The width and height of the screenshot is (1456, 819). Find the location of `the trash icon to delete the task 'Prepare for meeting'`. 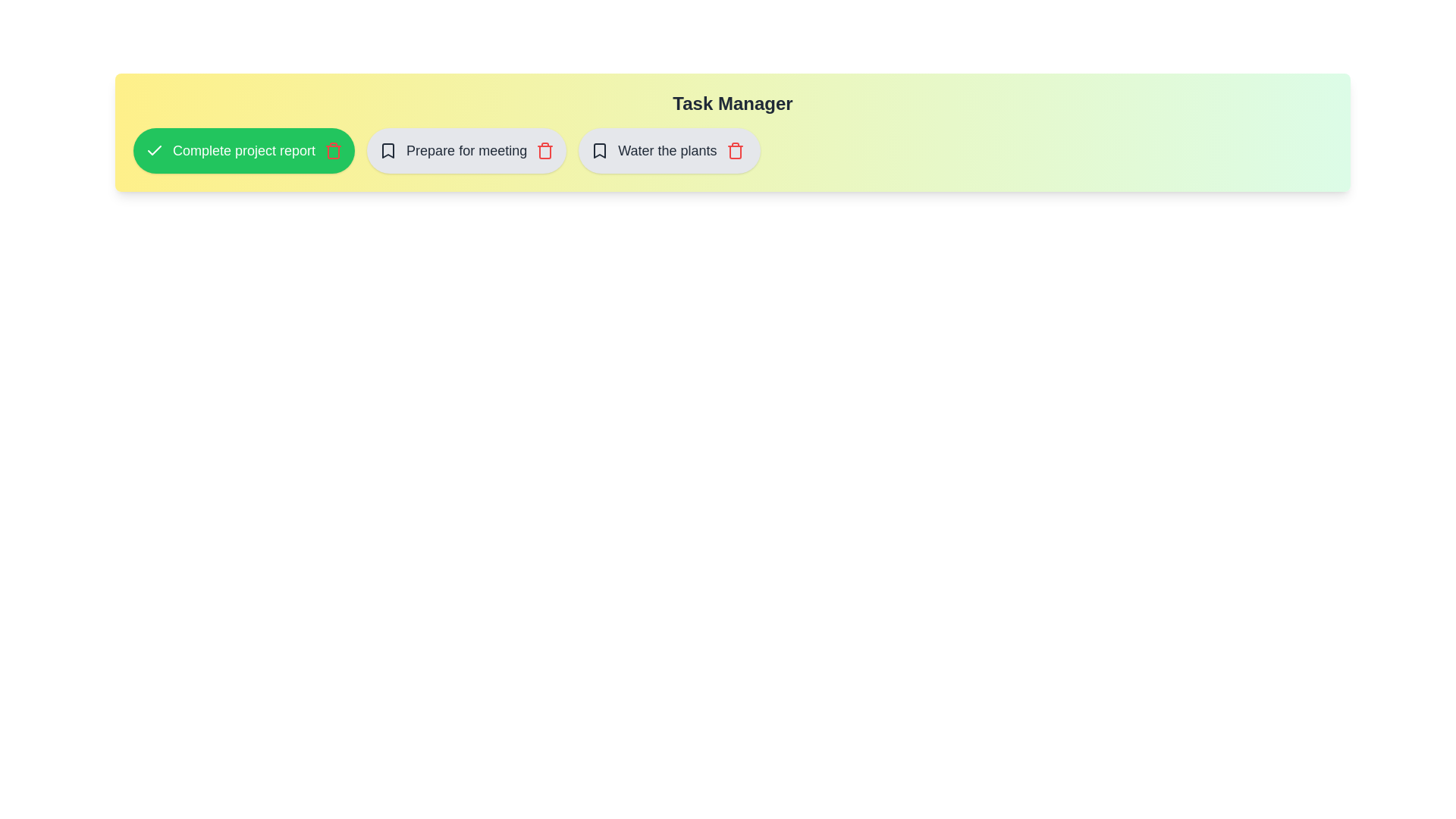

the trash icon to delete the task 'Prepare for meeting' is located at coordinates (545, 151).